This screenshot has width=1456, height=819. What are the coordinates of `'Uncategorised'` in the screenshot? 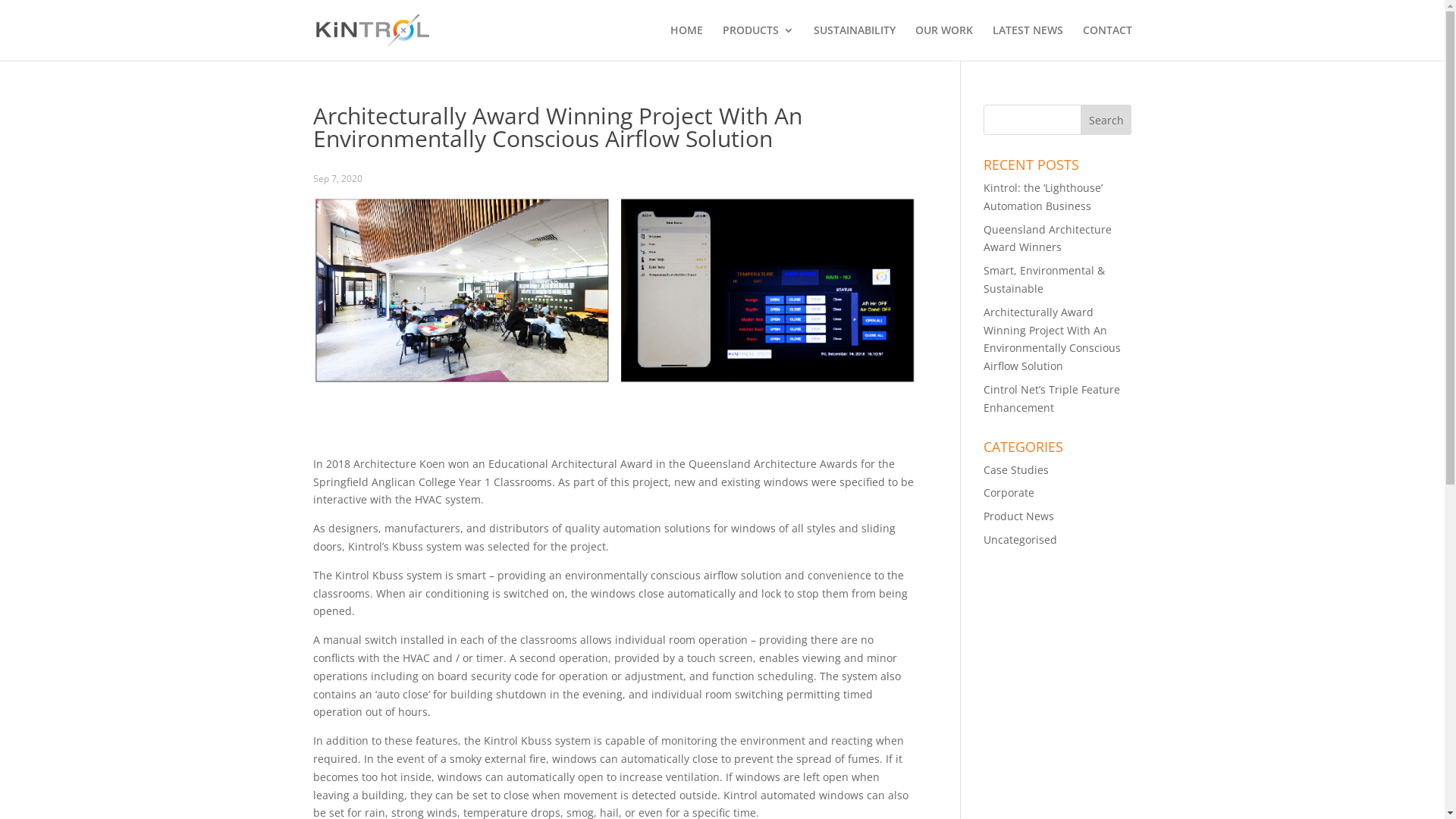 It's located at (1020, 538).